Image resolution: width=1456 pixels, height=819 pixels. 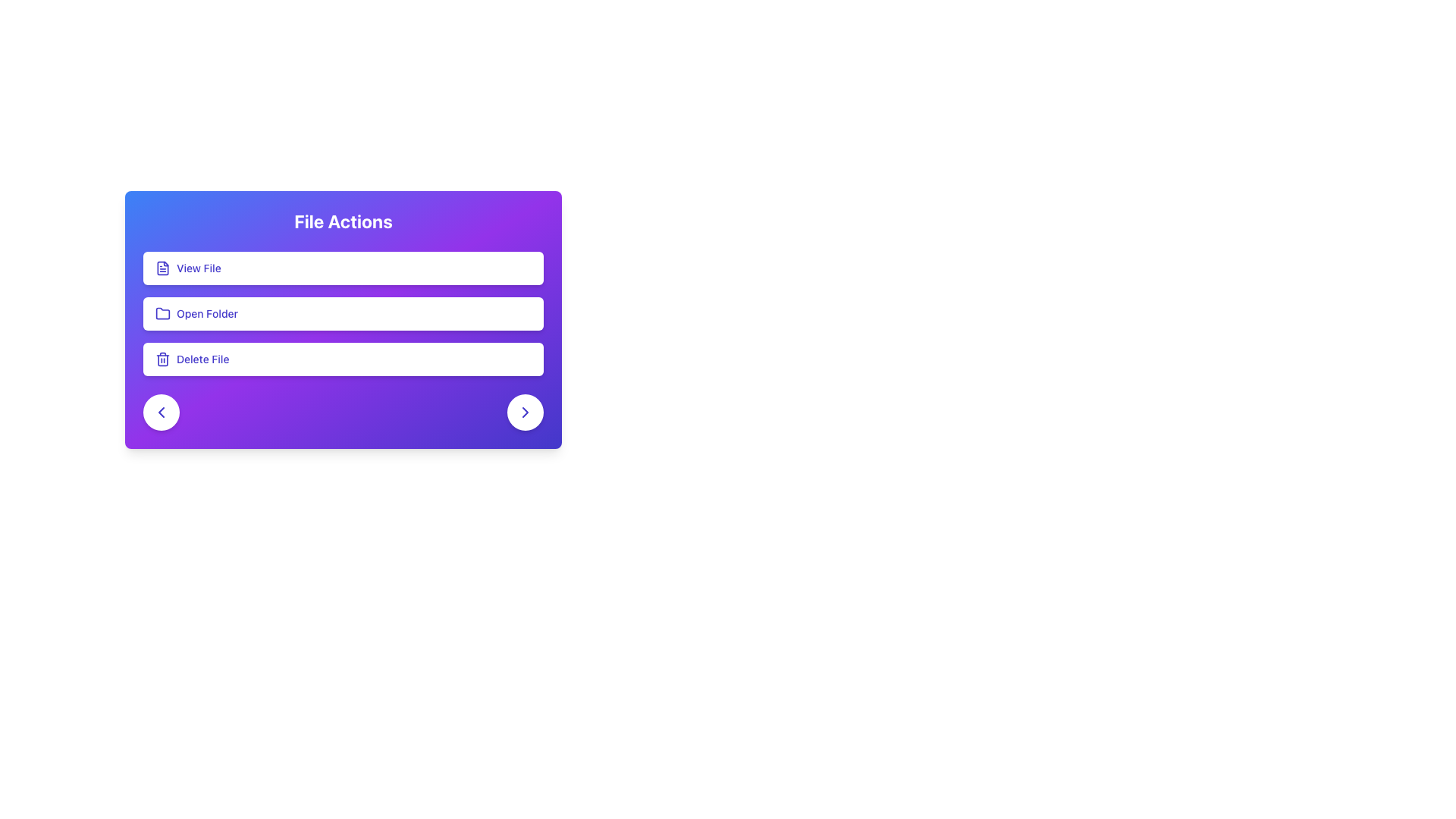 I want to click on the 'View File' text label, which is styled in purple font and positioned to the right of a file icon within the 'File Actions' card, so click(x=198, y=268).